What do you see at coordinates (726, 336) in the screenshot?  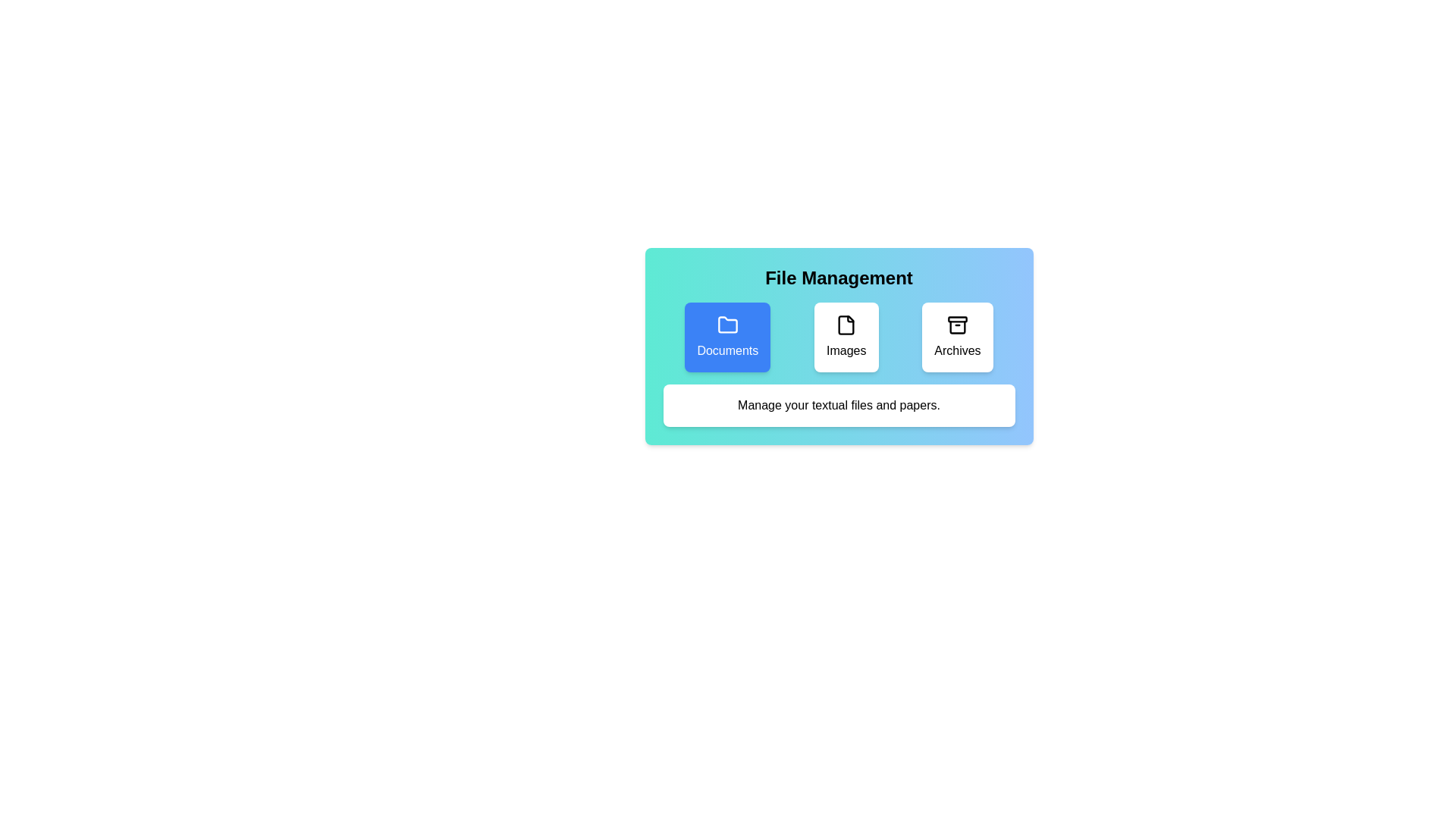 I see `the button corresponding to the category Documents to select it` at bounding box center [726, 336].